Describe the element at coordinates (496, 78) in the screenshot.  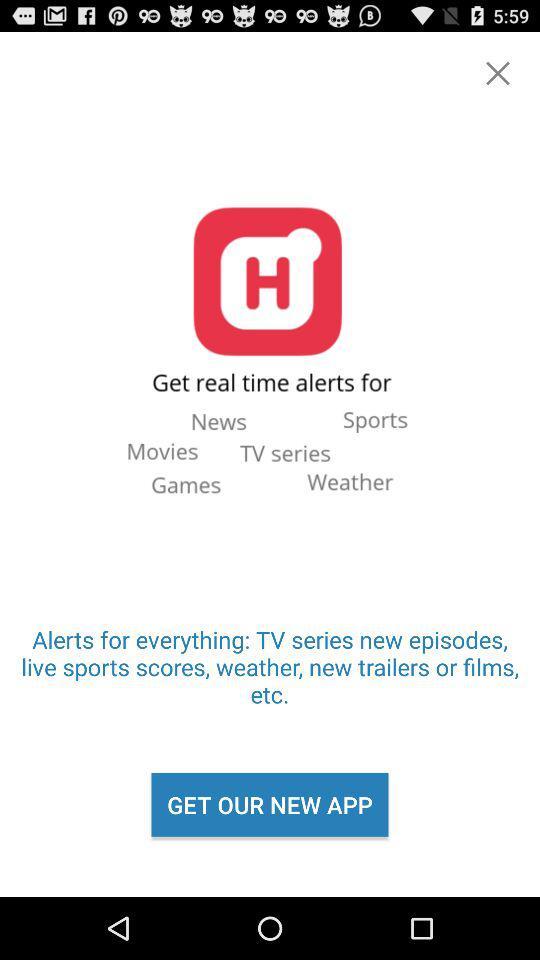
I see `the close icon` at that location.